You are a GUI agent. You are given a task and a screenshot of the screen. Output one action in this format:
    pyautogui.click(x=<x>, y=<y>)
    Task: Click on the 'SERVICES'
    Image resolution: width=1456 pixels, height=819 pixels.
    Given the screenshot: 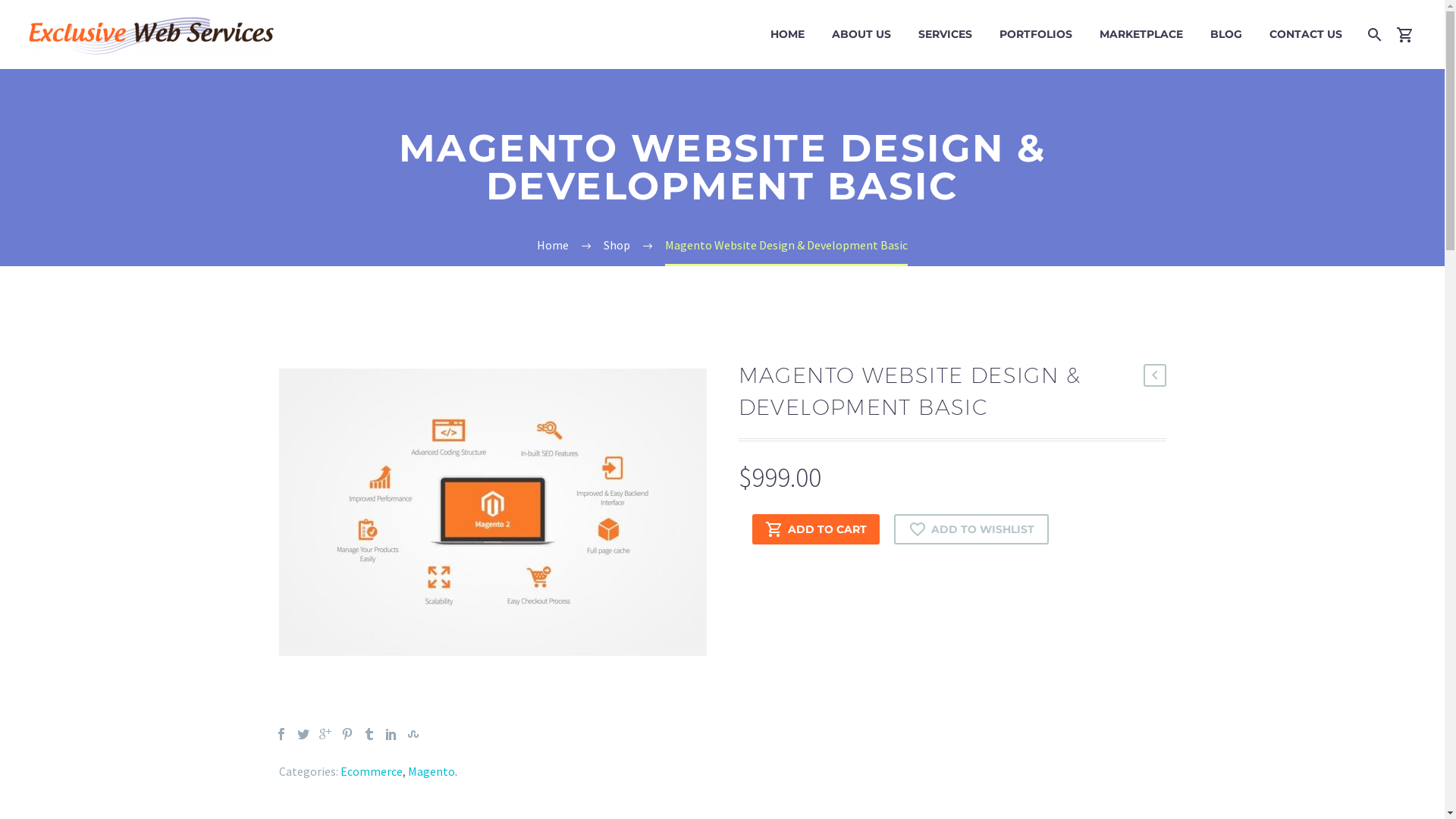 What is the action you would take?
    pyautogui.click(x=944, y=34)
    